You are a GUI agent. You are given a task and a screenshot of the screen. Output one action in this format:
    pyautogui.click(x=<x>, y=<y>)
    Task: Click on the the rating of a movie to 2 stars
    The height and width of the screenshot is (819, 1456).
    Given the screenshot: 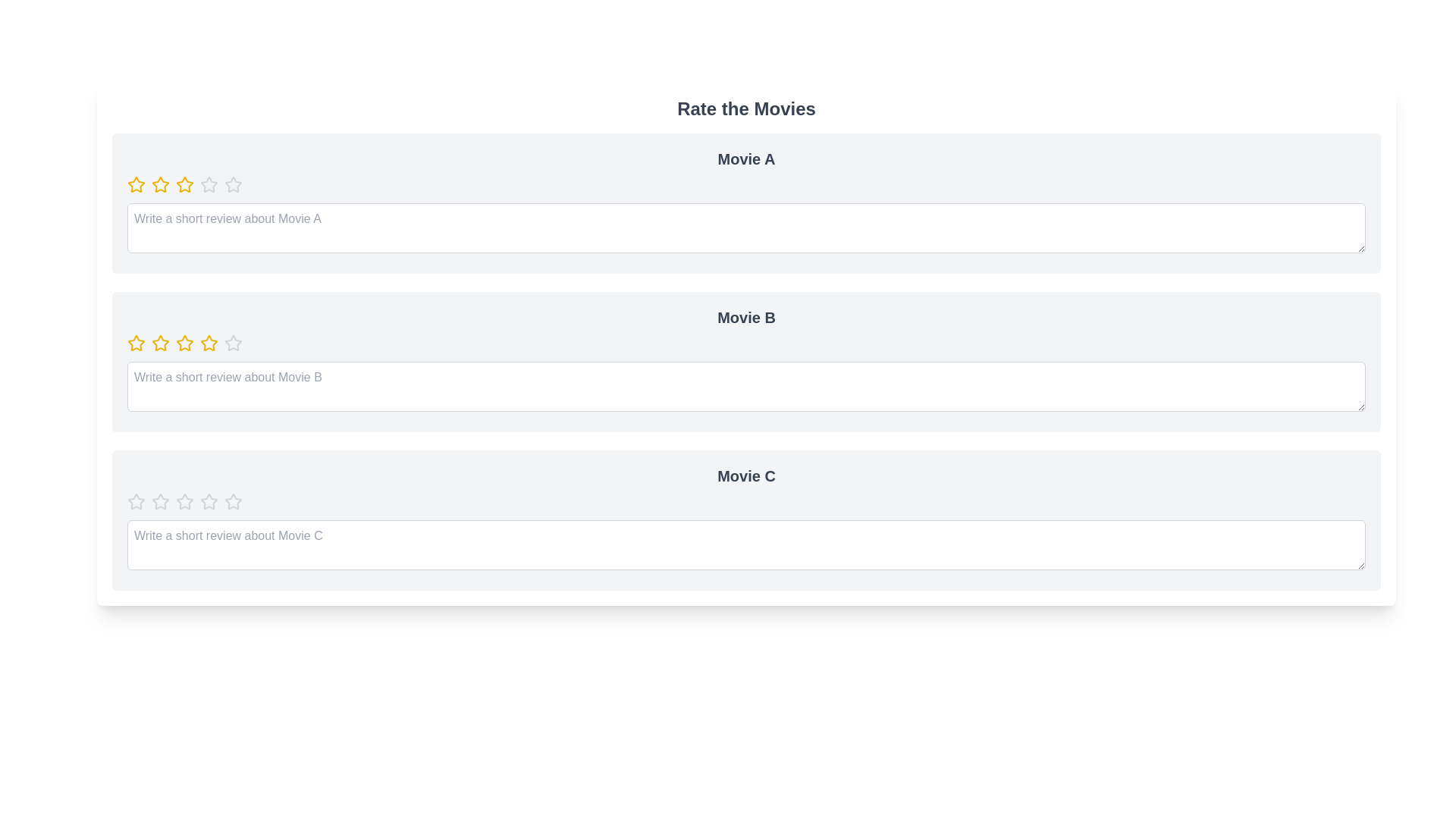 What is the action you would take?
    pyautogui.click(x=160, y=184)
    